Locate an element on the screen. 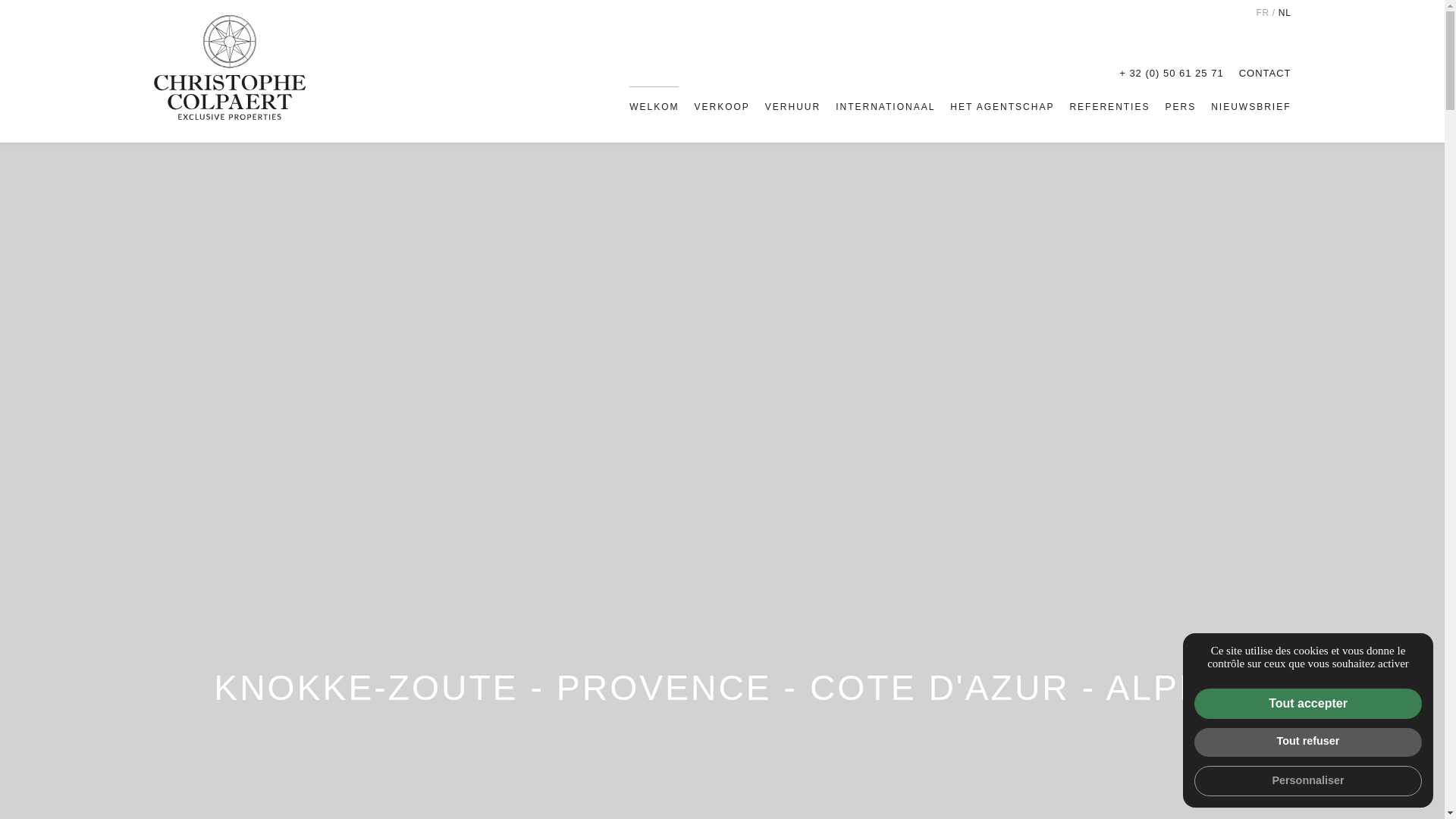  'NL' is located at coordinates (1284, 12).